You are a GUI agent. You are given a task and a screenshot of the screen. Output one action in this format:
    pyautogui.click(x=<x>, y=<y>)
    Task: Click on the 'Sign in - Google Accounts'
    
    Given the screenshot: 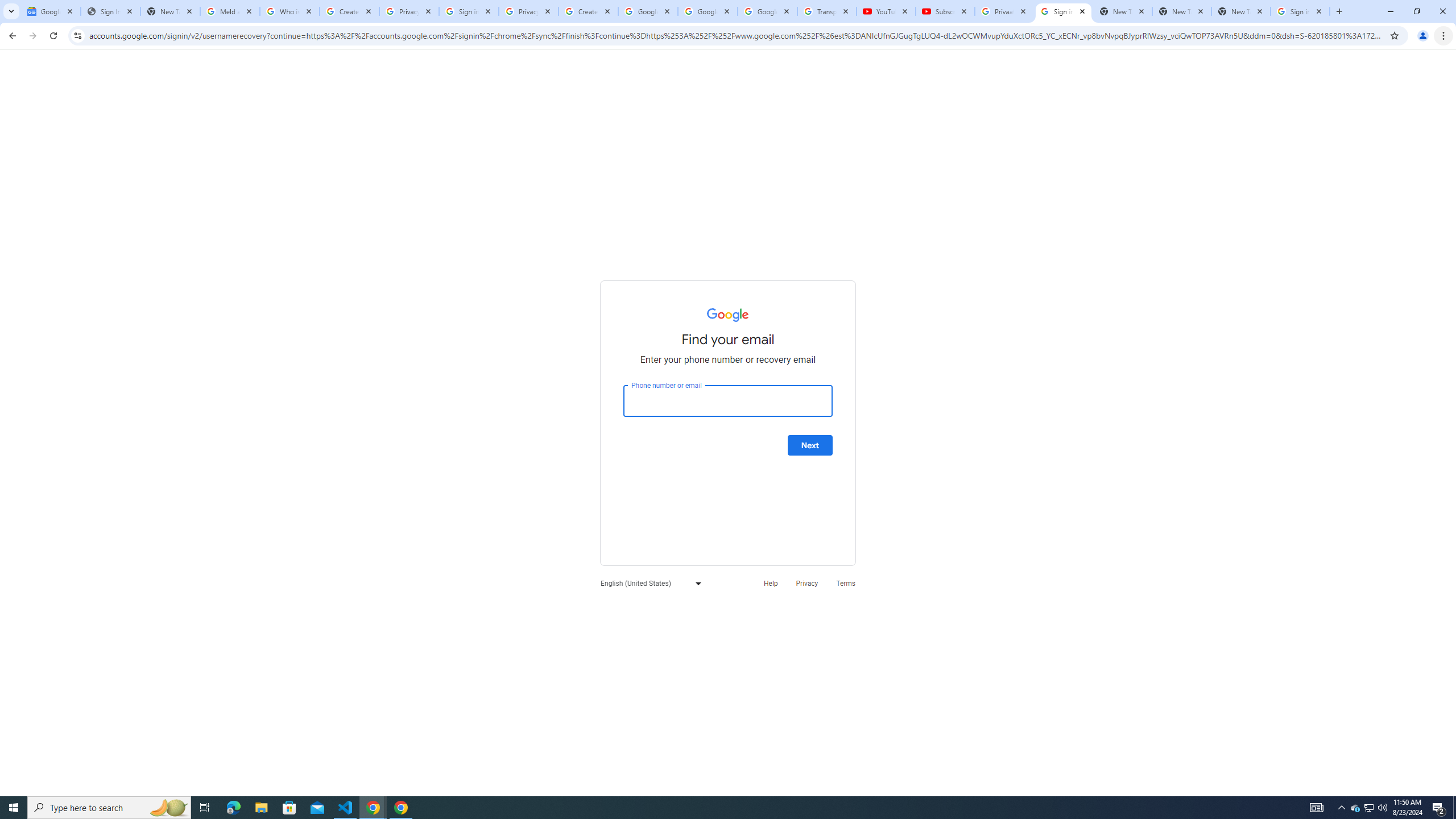 What is the action you would take?
    pyautogui.click(x=1064, y=11)
    